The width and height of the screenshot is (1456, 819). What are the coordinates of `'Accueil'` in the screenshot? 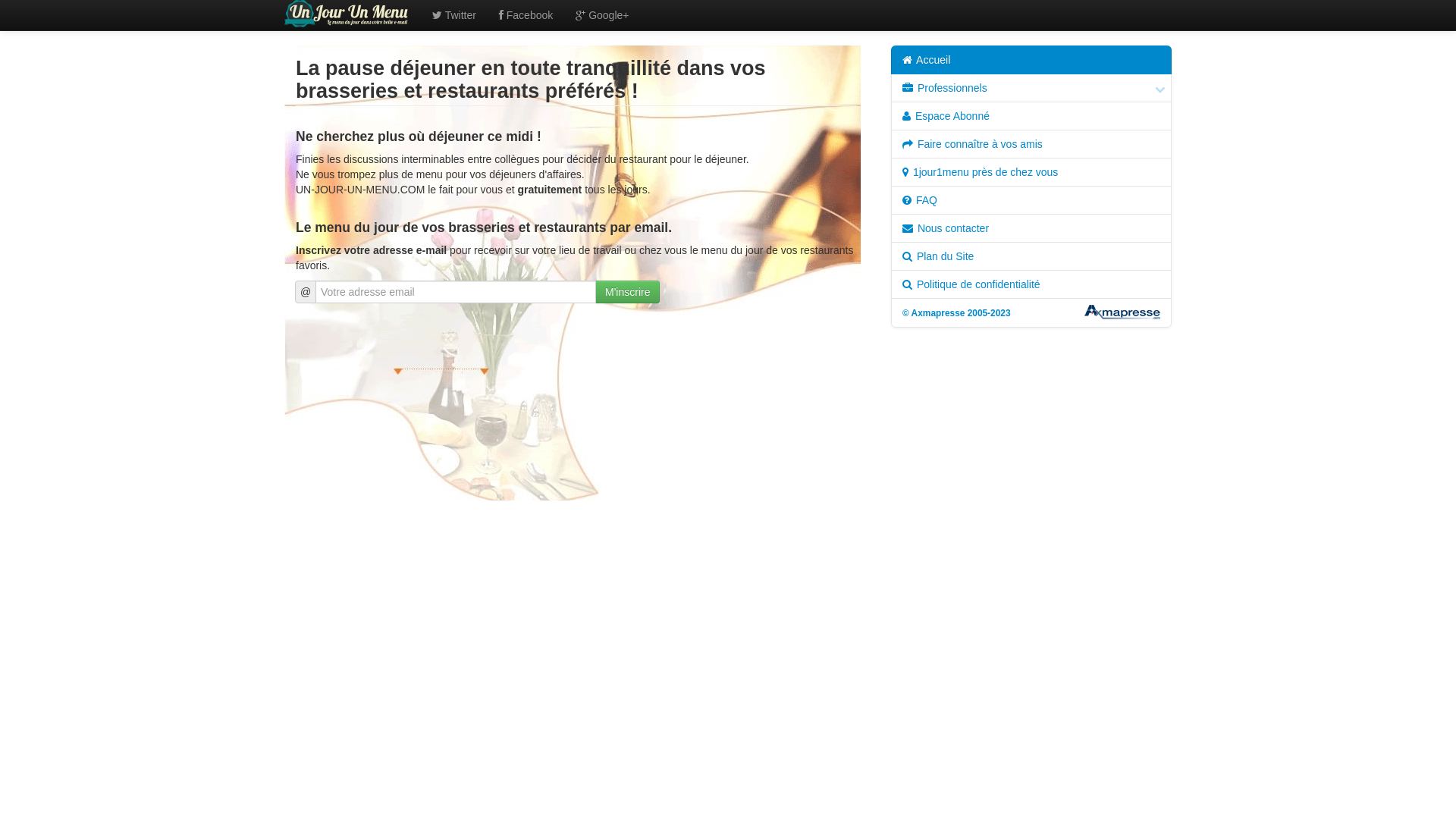 It's located at (1031, 58).